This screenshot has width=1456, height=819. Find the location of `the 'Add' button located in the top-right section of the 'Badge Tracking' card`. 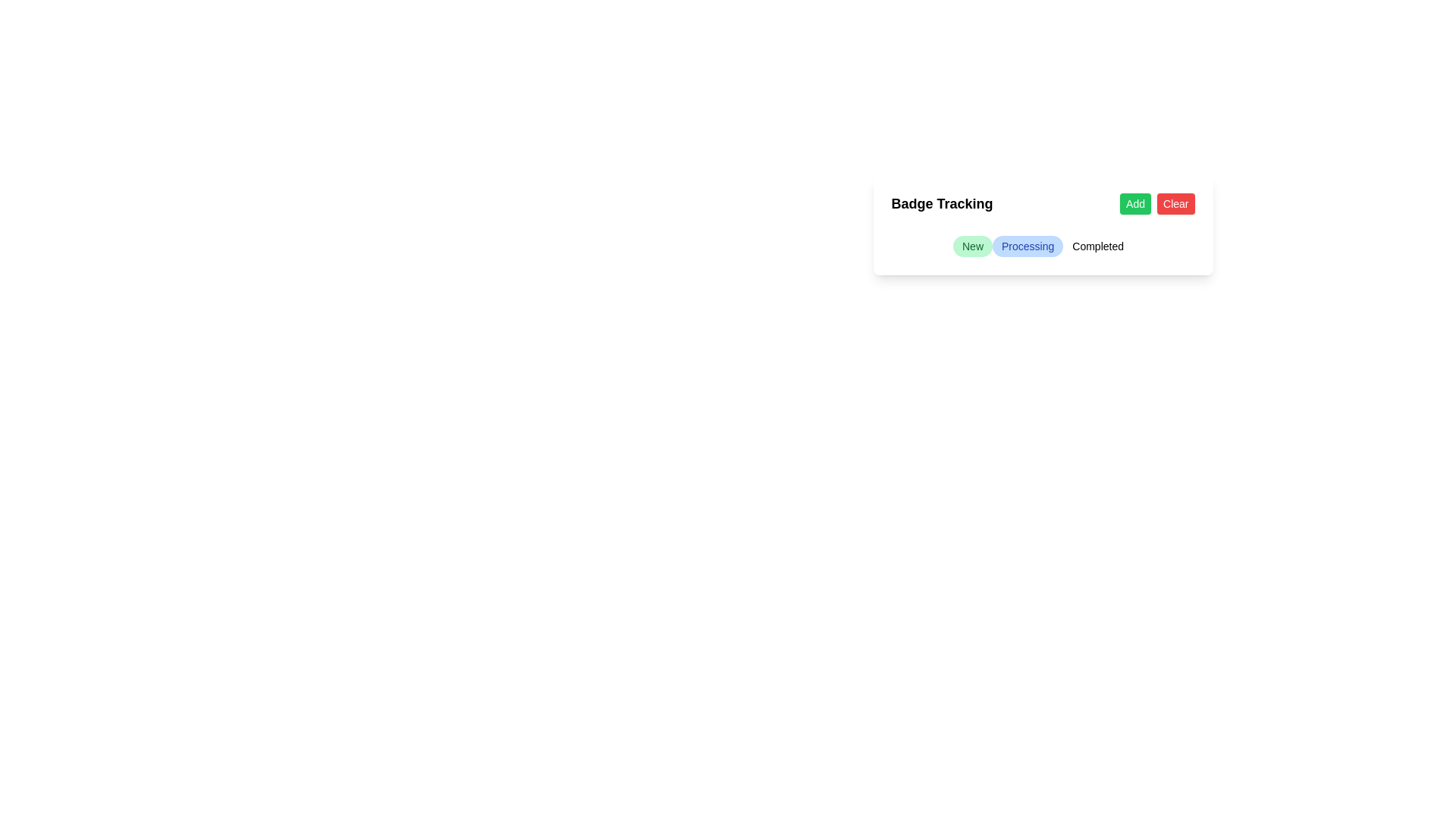

the 'Add' button located in the top-right section of the 'Badge Tracking' card is located at coordinates (1135, 203).